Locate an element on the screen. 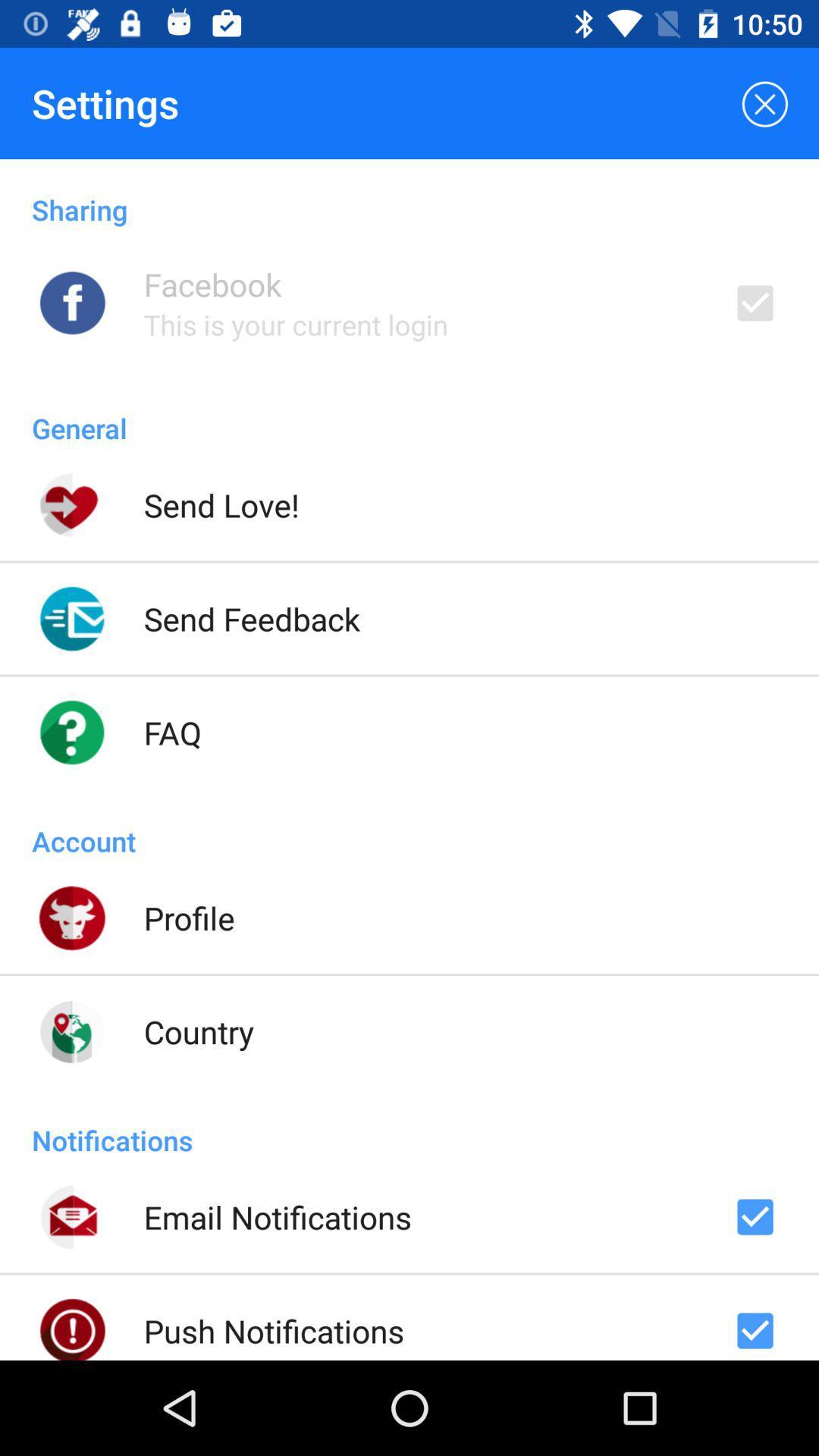  icon below the send love! item is located at coordinates (251, 619).